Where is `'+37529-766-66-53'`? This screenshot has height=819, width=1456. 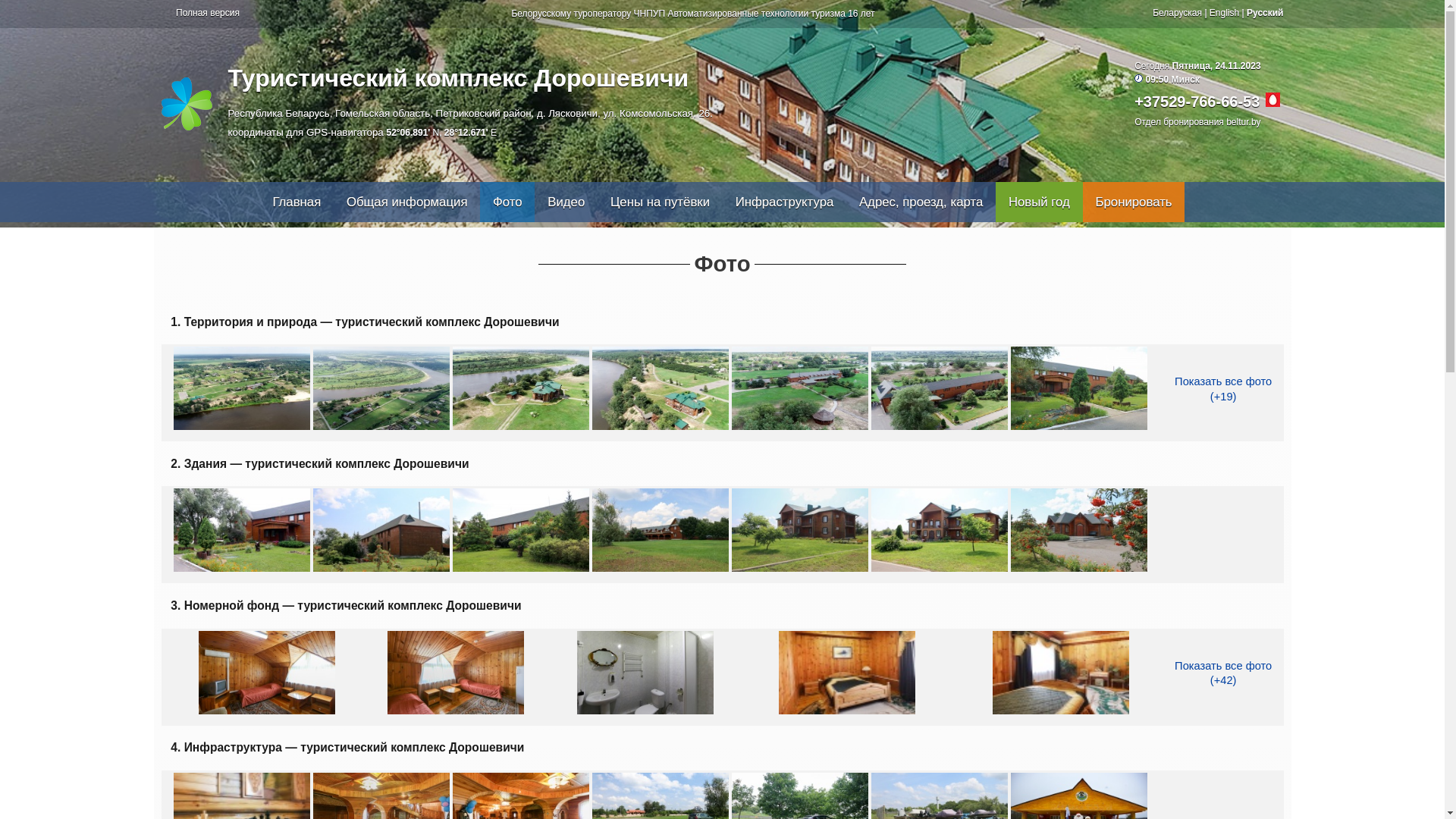
'+37529-766-66-53' is located at coordinates (1196, 102).